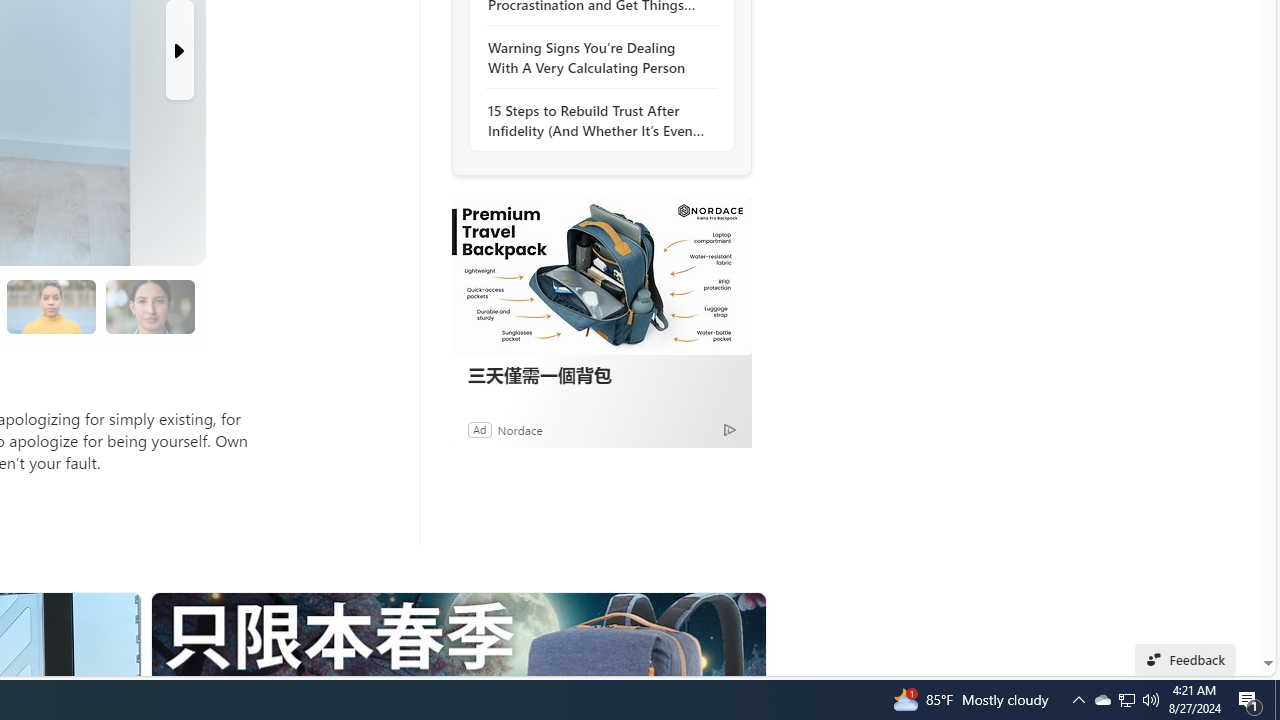 The width and height of the screenshot is (1280, 720). I want to click on 'Class: progress', so click(149, 303).